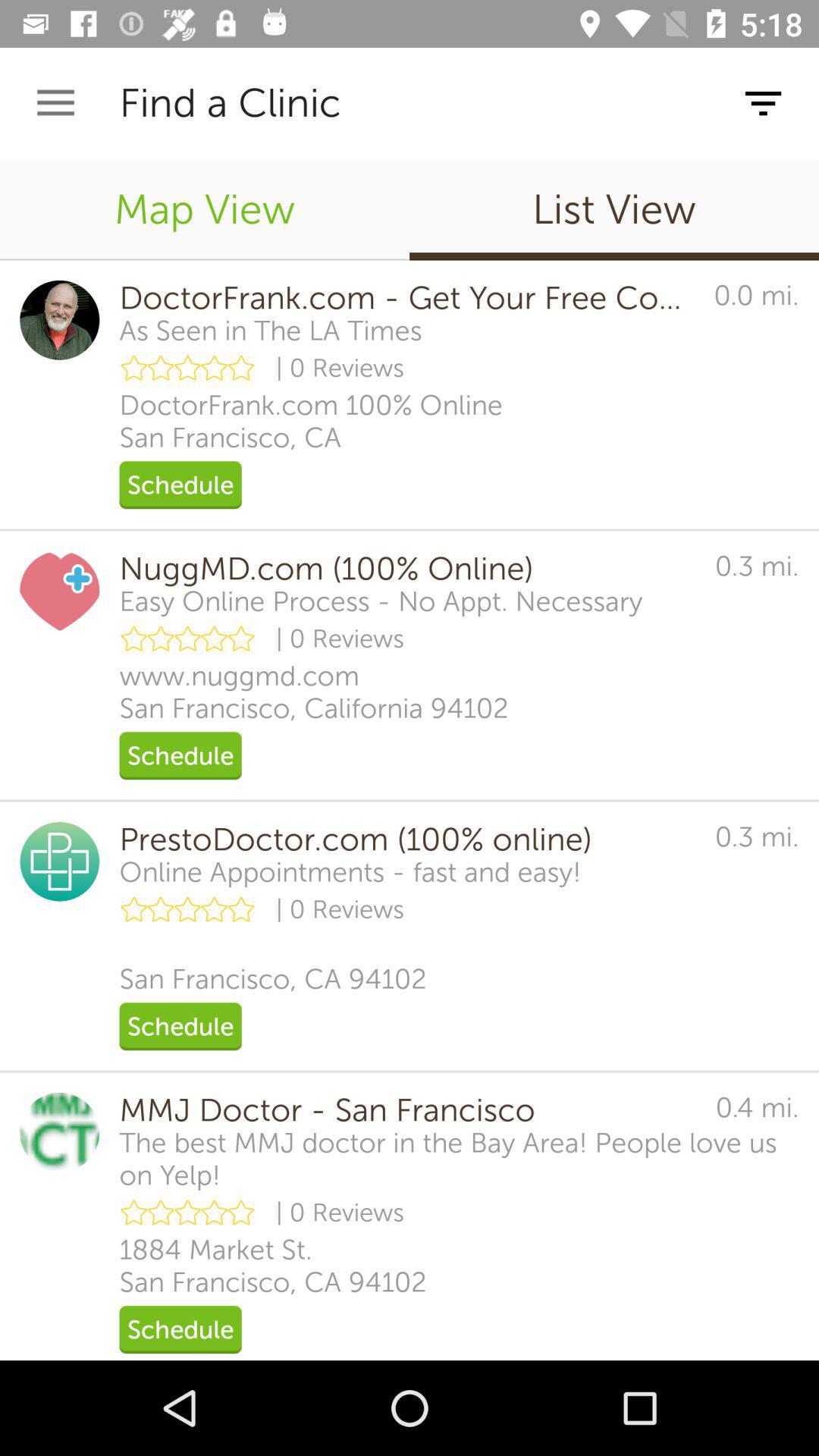 The image size is (819, 1456). What do you see at coordinates (271, 1266) in the screenshot?
I see `icon above schedule item` at bounding box center [271, 1266].